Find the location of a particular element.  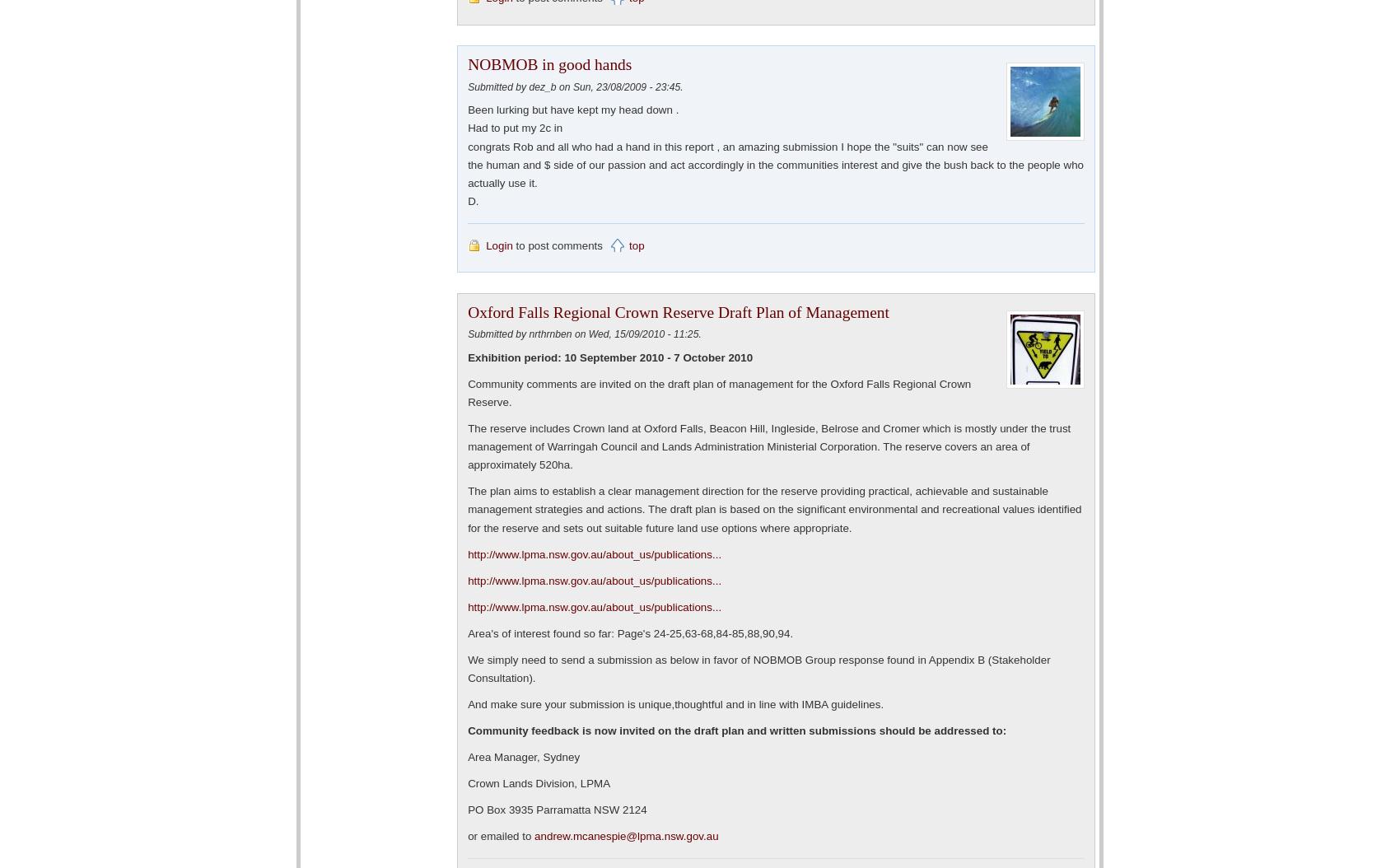

'Had to put my 2c in' is located at coordinates (514, 128).